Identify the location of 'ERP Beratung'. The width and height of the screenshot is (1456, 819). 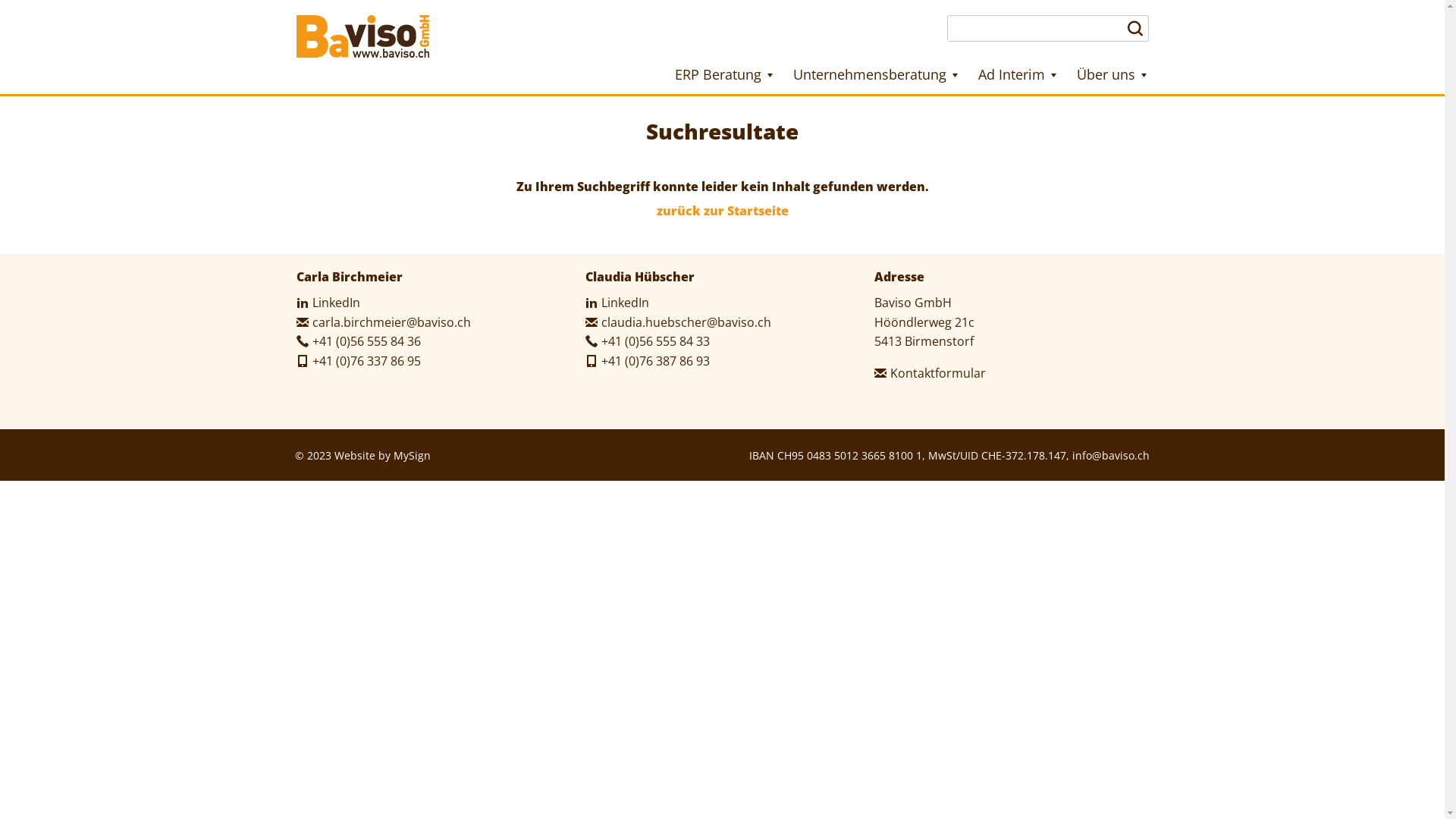
(723, 74).